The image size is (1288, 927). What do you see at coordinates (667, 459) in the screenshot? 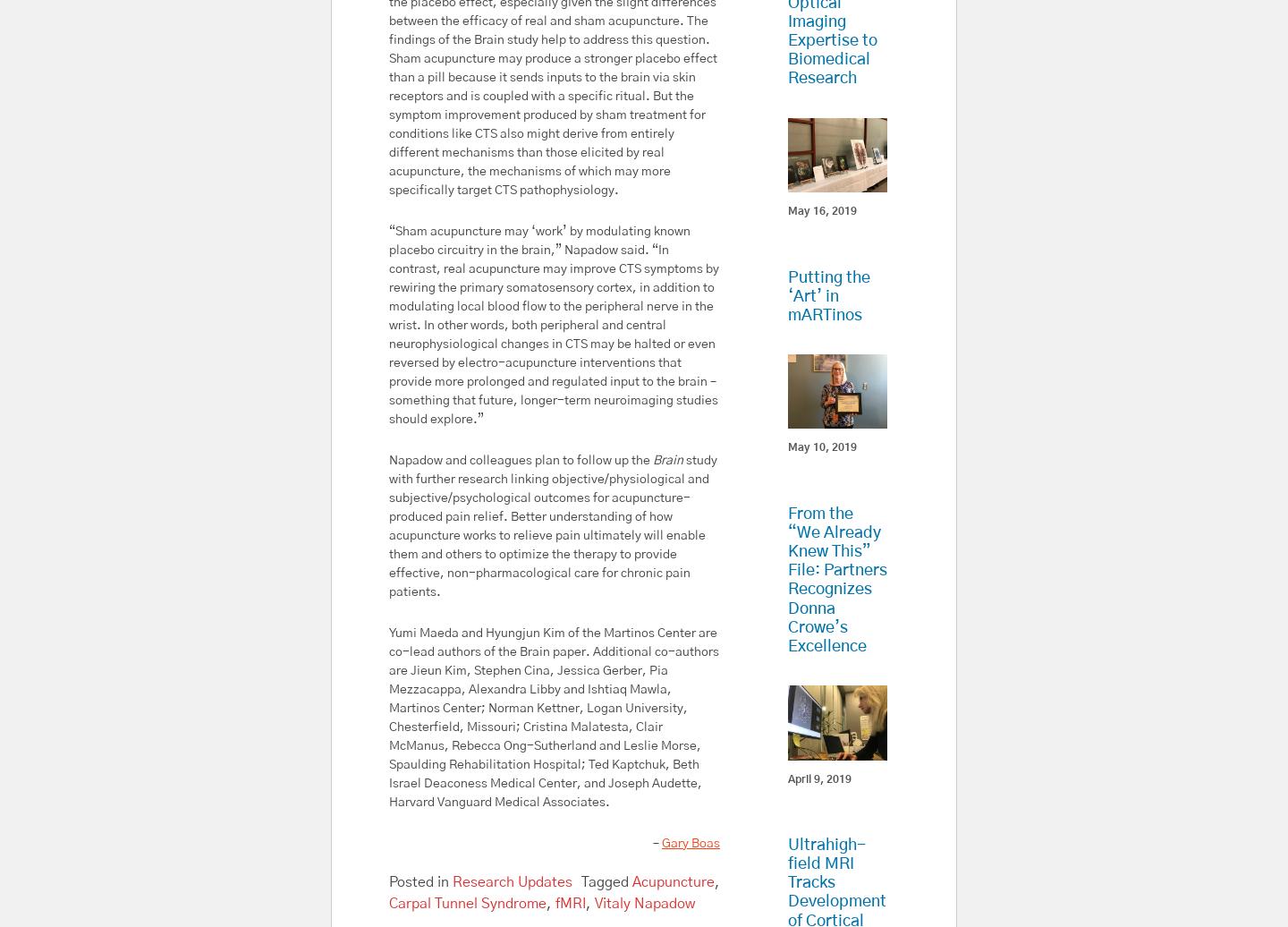
I see `'Brain'` at bounding box center [667, 459].